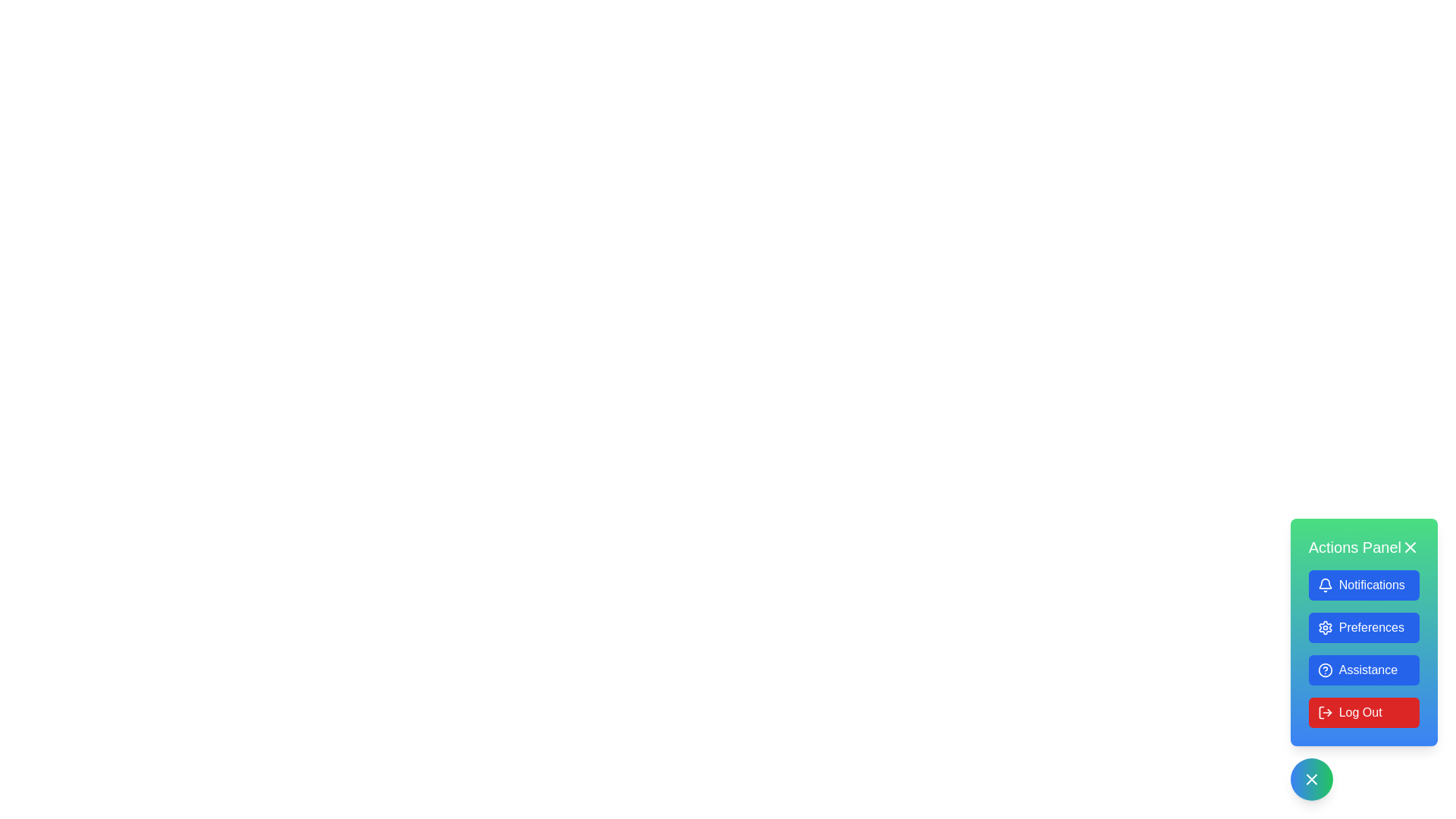 Image resolution: width=1456 pixels, height=819 pixels. I want to click on the 'Notifications' button, which is a rectangular button with a blue background, a white bell icon on the left, and white text, to potentially reveal additional information or a tooltip, so click(1363, 584).